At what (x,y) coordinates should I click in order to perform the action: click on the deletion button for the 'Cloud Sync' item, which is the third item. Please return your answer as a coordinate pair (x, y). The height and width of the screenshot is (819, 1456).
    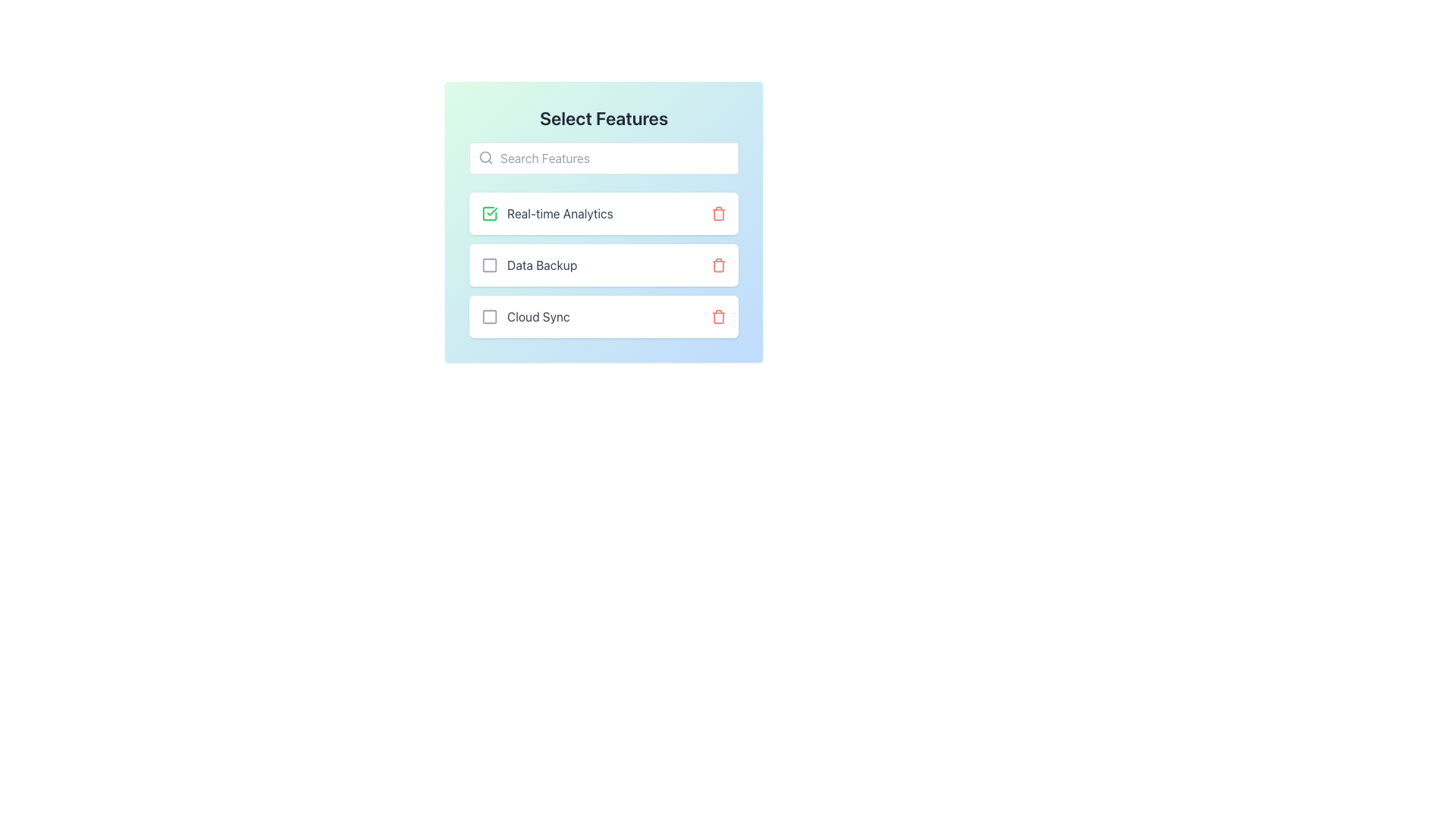
    Looking at the image, I should click on (718, 315).